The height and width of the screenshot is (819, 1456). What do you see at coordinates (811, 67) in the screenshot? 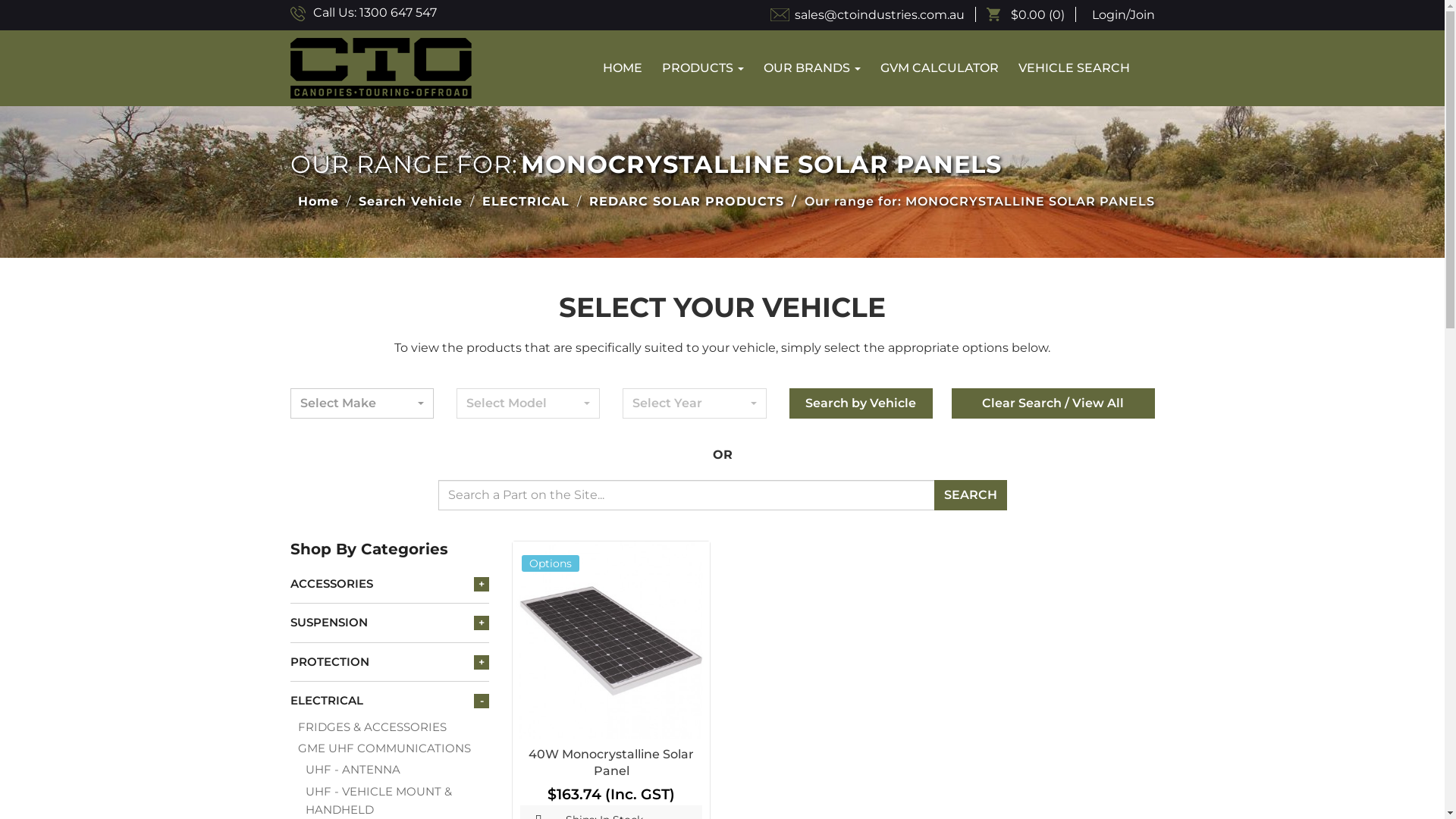
I see `'OUR BRANDS'` at bounding box center [811, 67].